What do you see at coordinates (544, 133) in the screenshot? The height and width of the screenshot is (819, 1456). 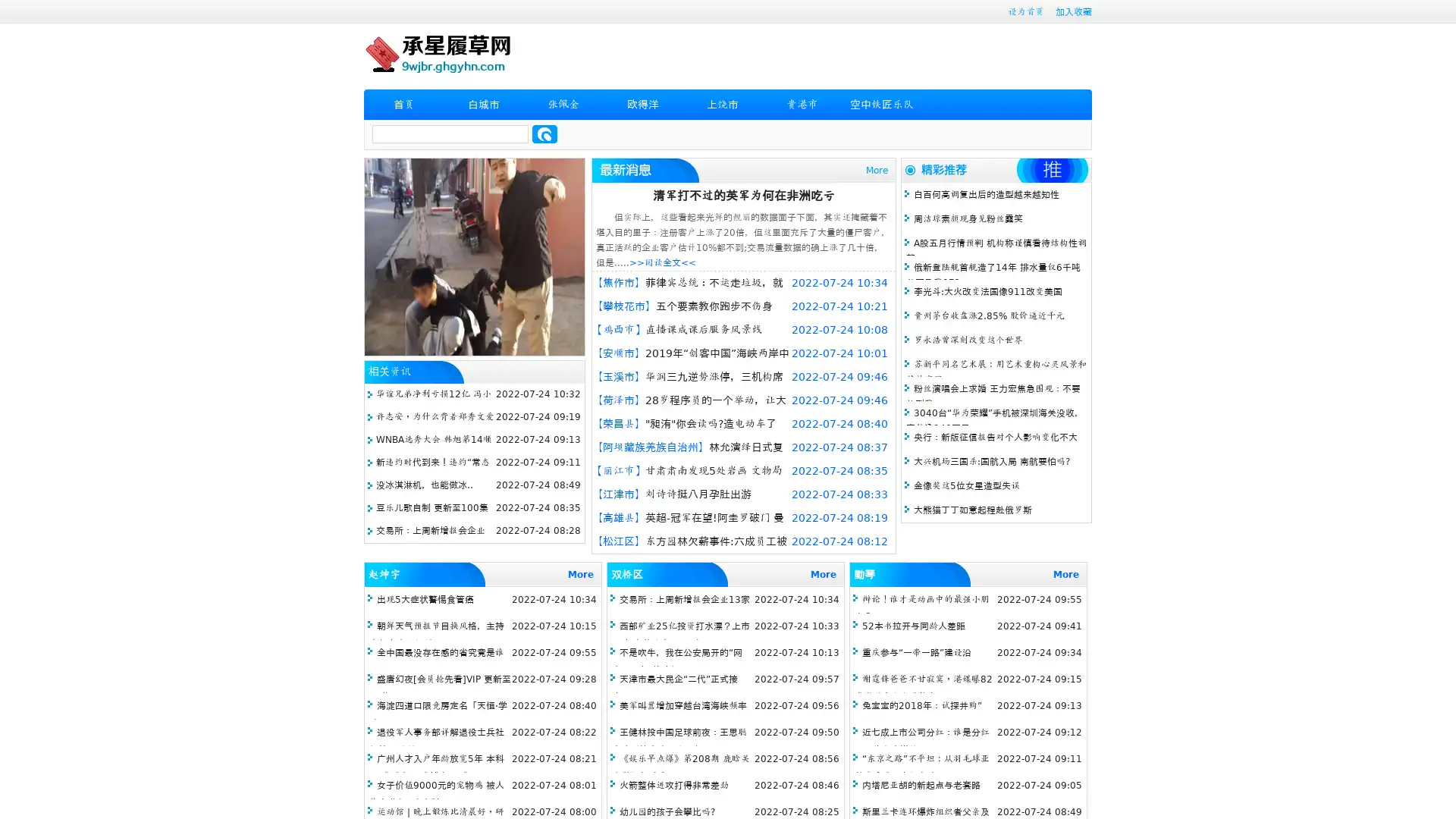 I see `Search` at bounding box center [544, 133].